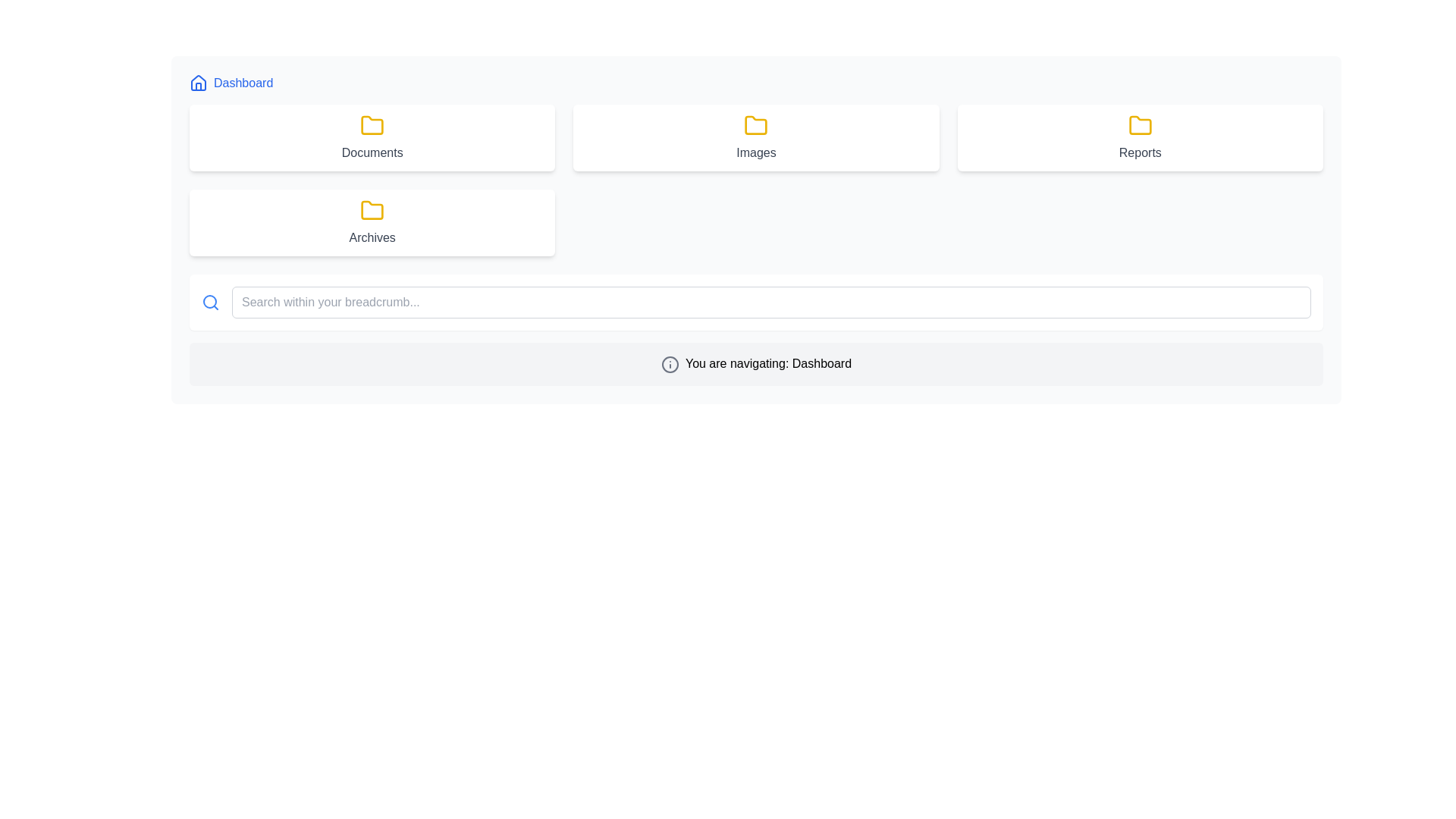  What do you see at coordinates (756, 137) in the screenshot?
I see `the 'Images' navigational tile located in the middle slot of a grid layout` at bounding box center [756, 137].